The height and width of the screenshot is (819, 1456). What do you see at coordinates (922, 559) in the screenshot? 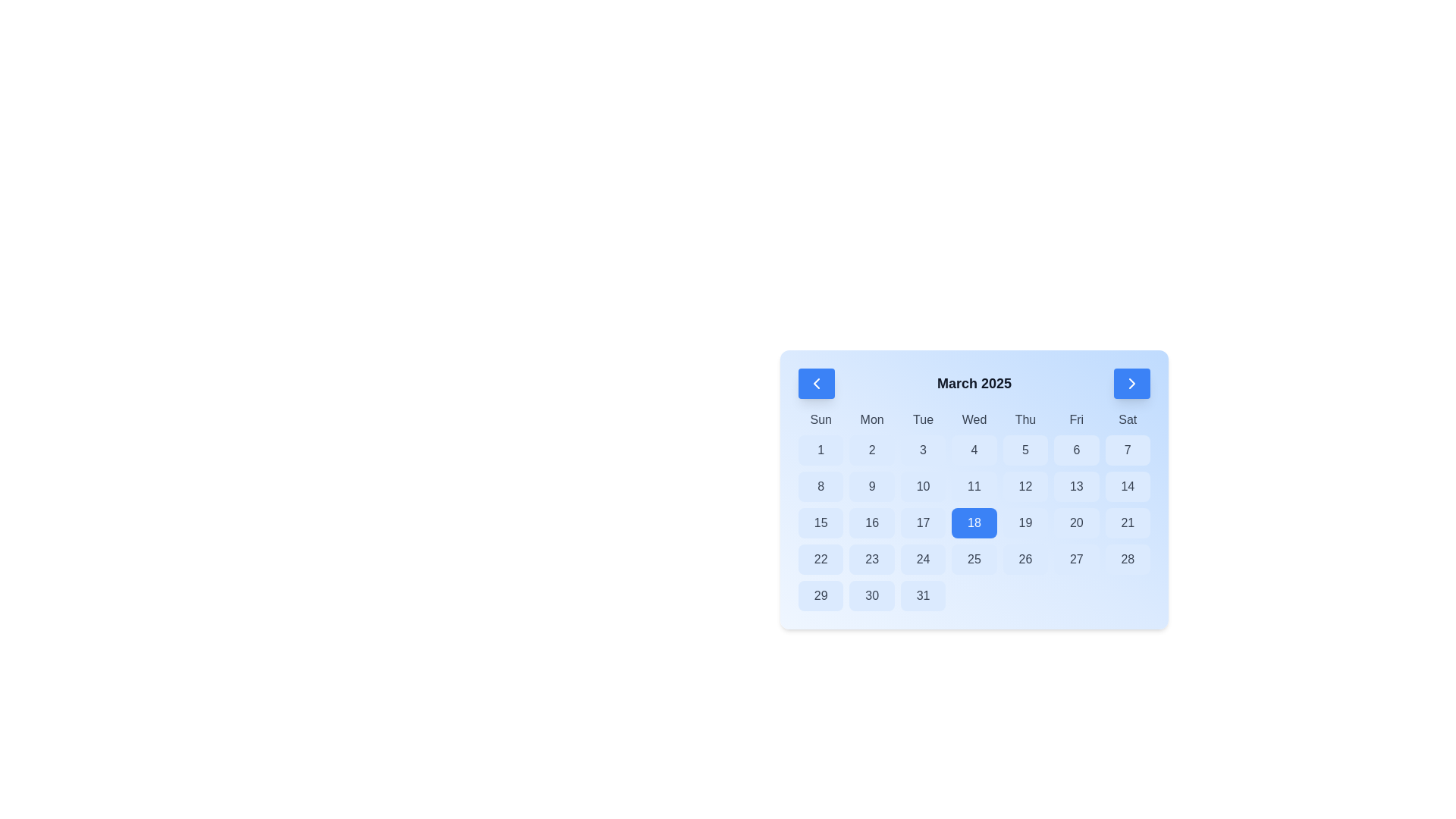
I see `the blue rectangular button labeled '24' in the calendar grid located under the 'Tue' label by` at bounding box center [922, 559].